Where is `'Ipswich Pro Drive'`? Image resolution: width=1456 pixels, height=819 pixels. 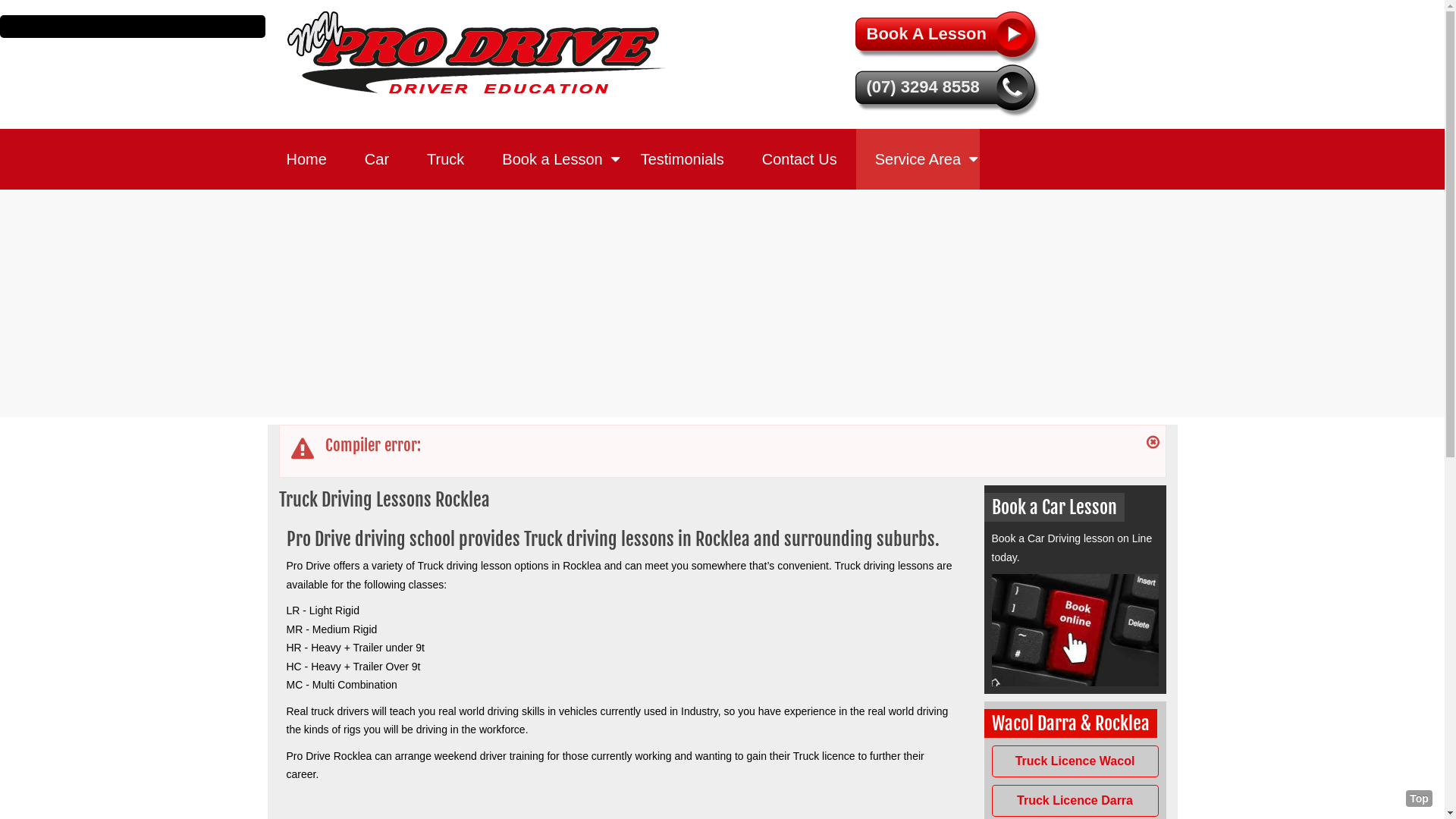 'Ipswich Pro Drive' is located at coordinates (475, 51).